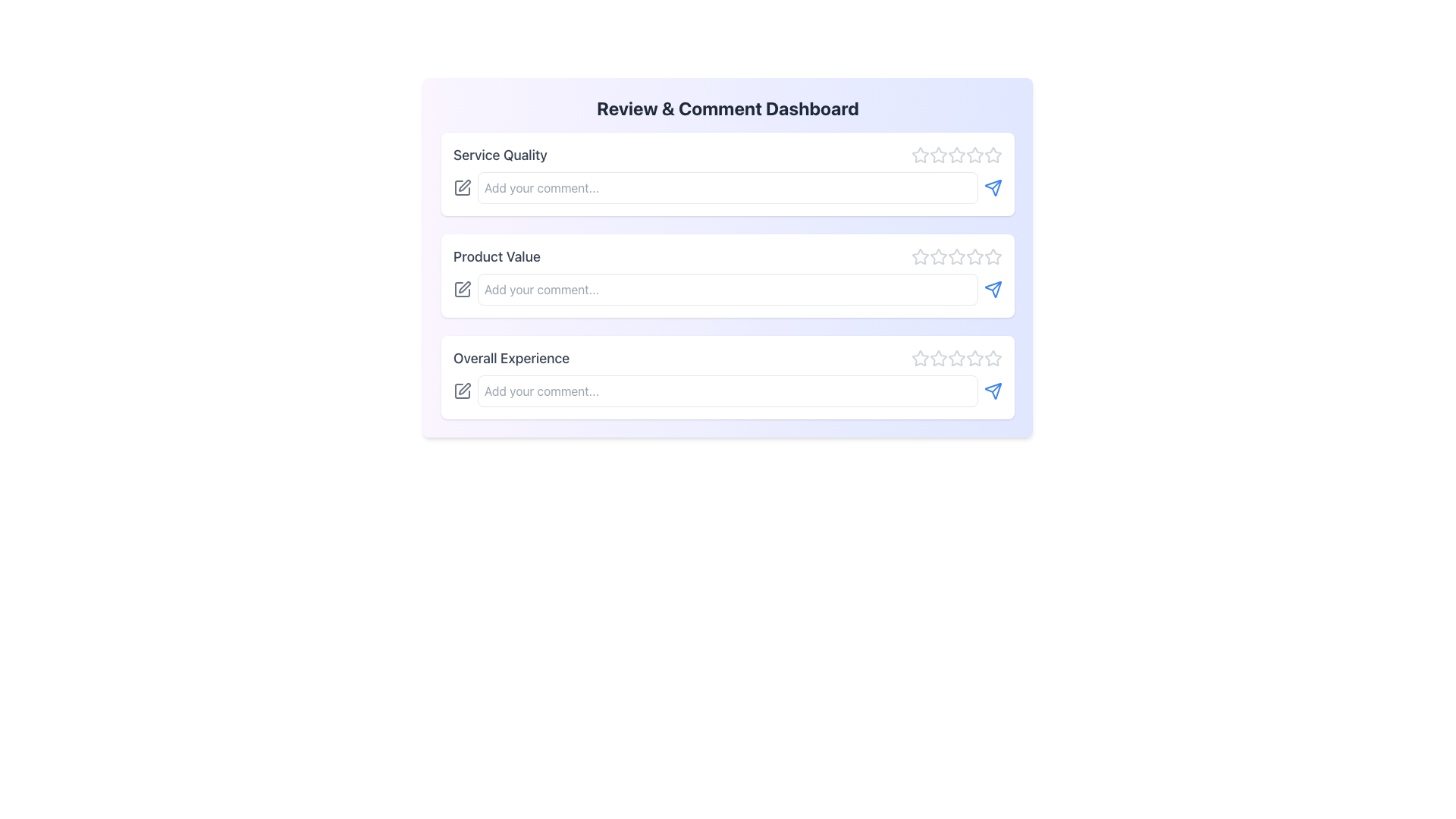  What do you see at coordinates (993, 155) in the screenshot?
I see `the fifth star icon in the 'Service Quality' section` at bounding box center [993, 155].